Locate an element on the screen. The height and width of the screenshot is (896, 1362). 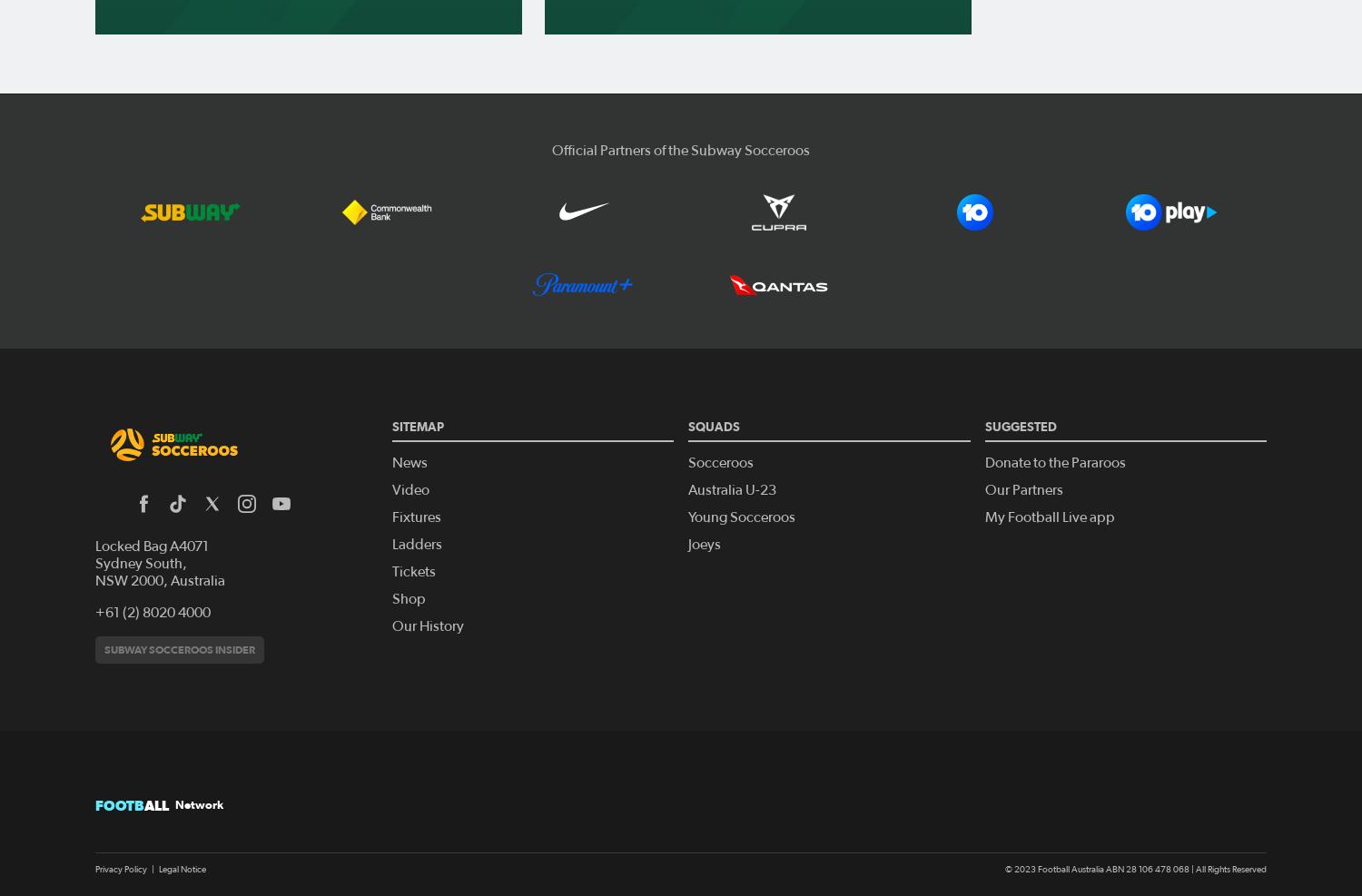
'Legal Notice' is located at coordinates (182, 868).